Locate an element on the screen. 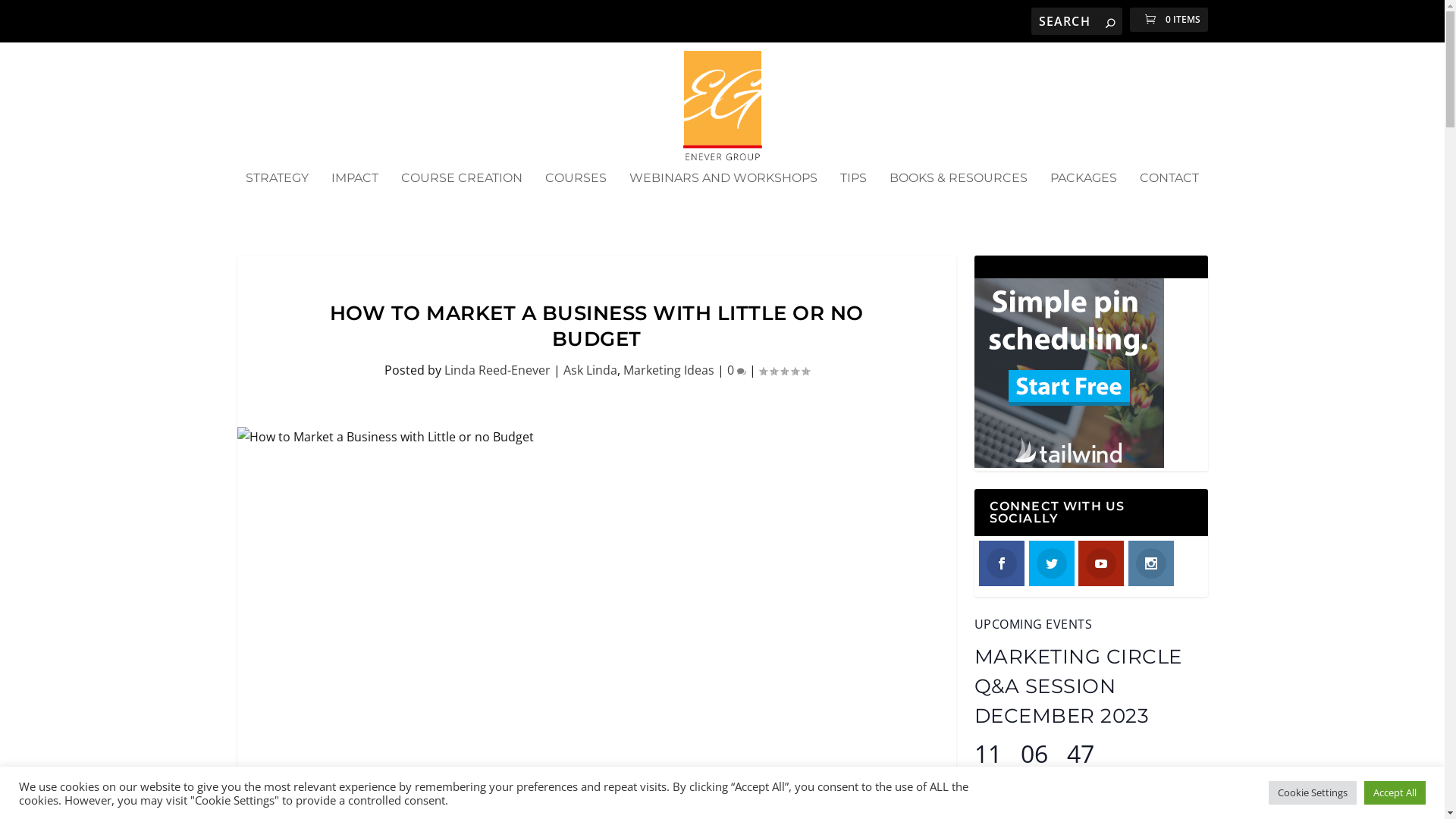 The image size is (1456, 819). '0' is located at coordinates (736, 370).